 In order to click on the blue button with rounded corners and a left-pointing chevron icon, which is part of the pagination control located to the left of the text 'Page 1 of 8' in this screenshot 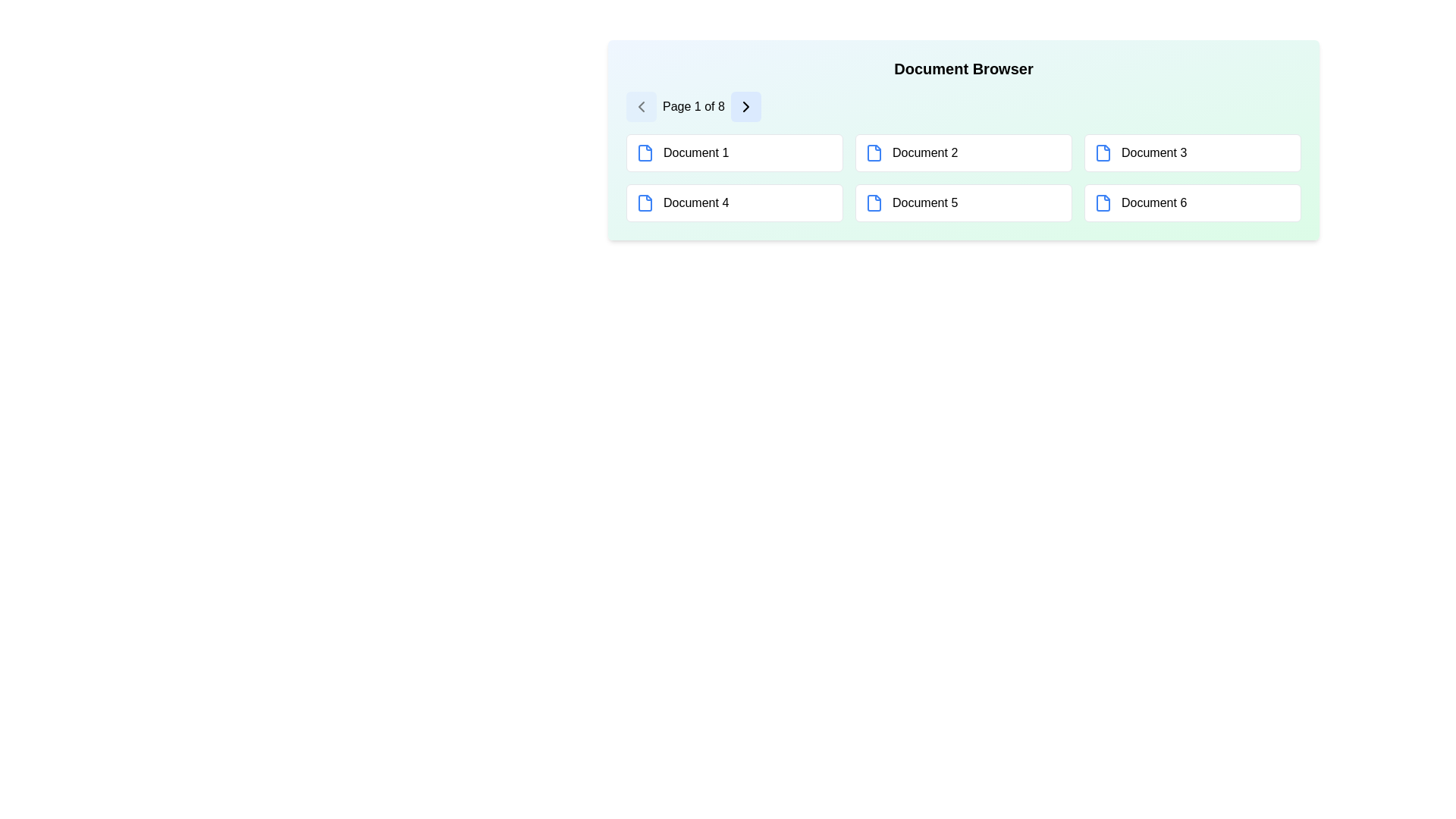, I will do `click(641, 106)`.